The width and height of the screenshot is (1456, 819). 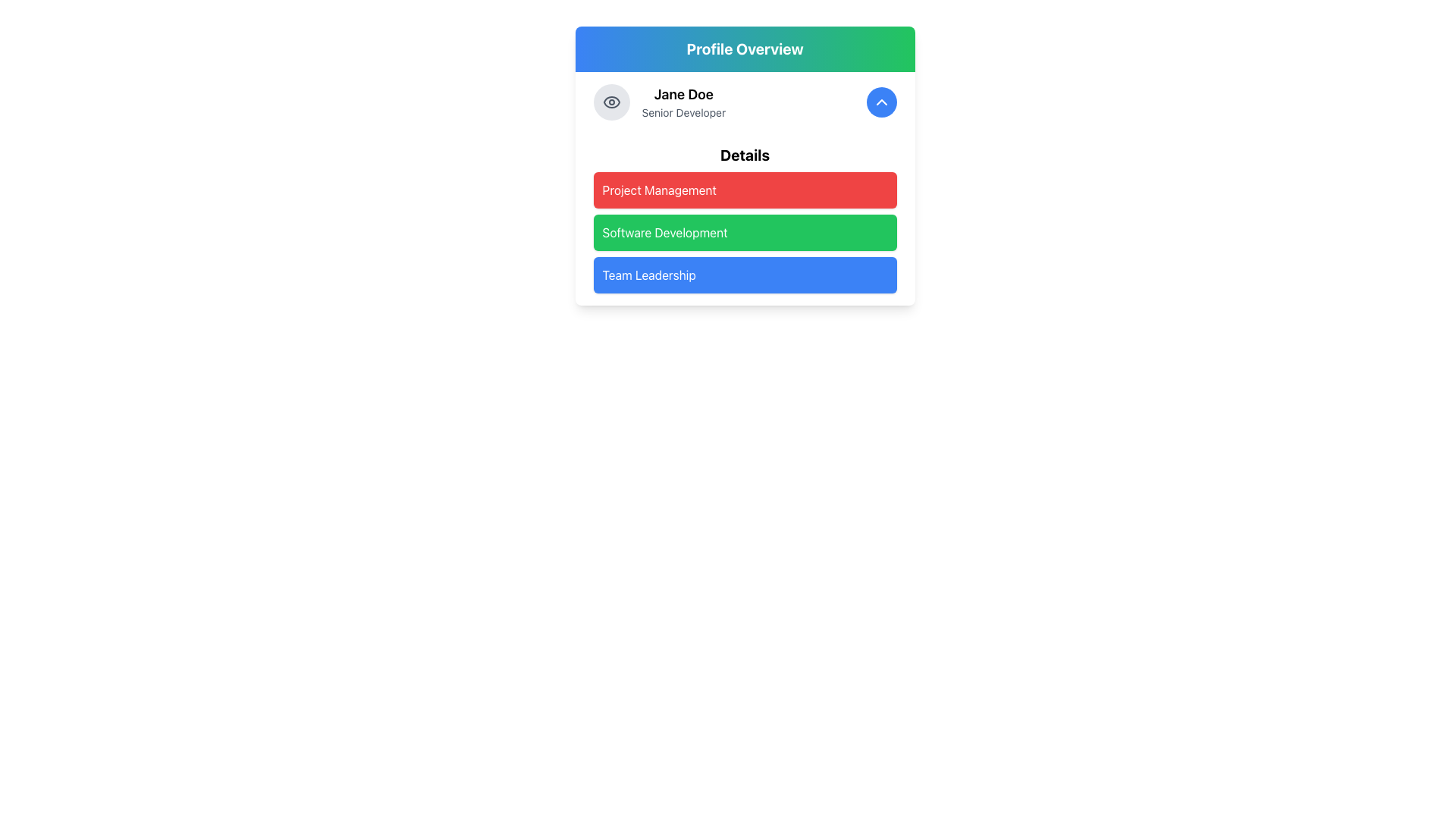 I want to click on the green button labeled 'Software Development', so click(x=745, y=219).